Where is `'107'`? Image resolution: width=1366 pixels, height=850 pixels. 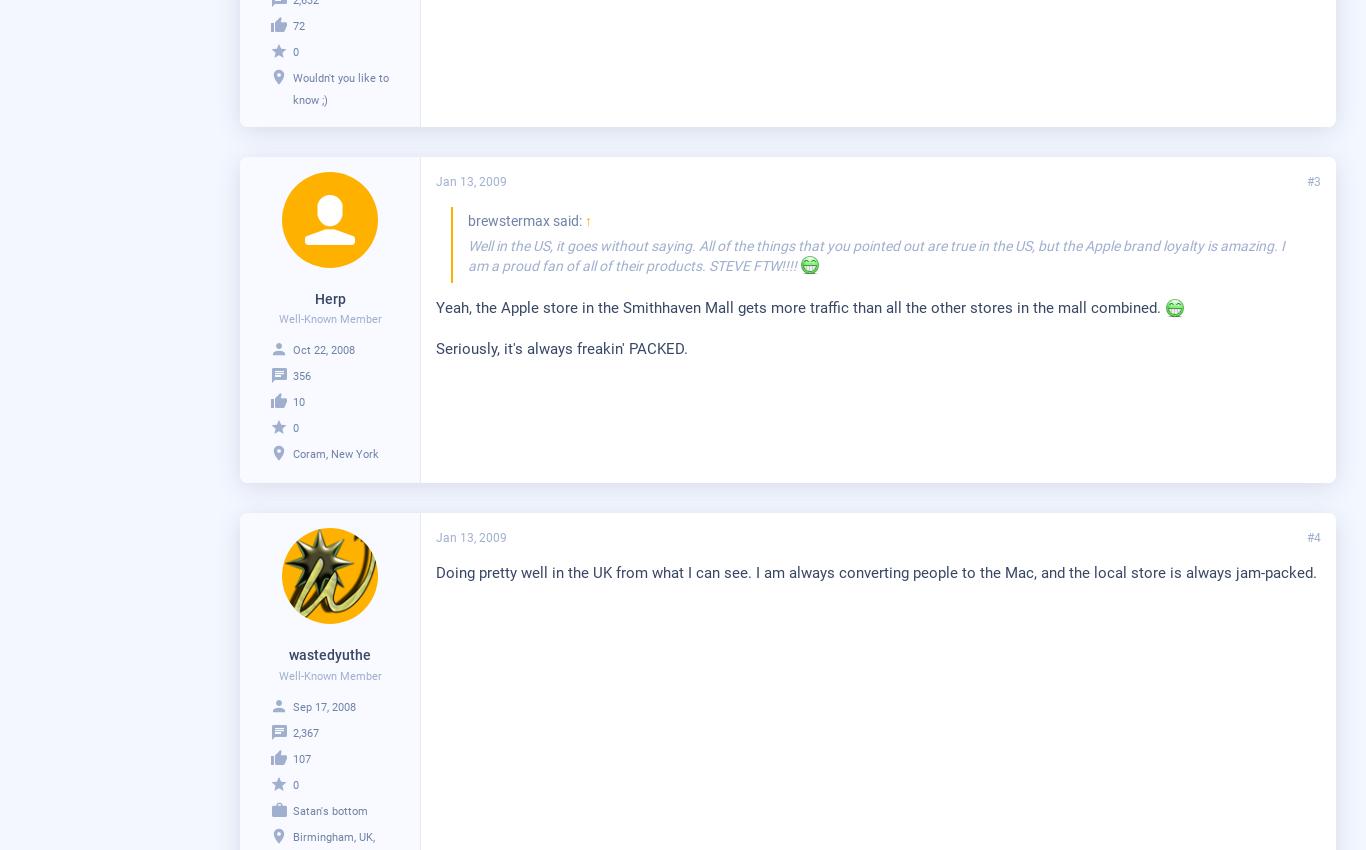
'107' is located at coordinates (302, 758).